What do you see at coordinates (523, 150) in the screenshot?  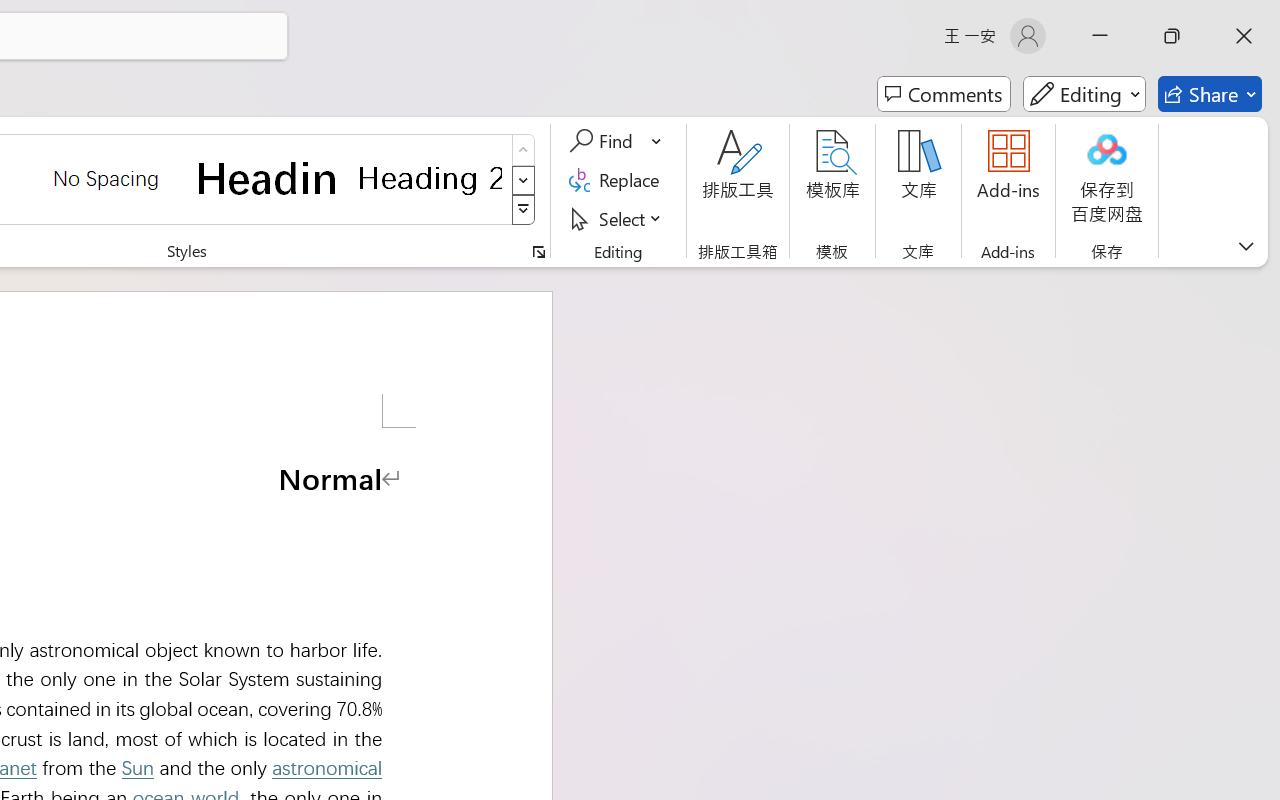 I see `'Row up'` at bounding box center [523, 150].